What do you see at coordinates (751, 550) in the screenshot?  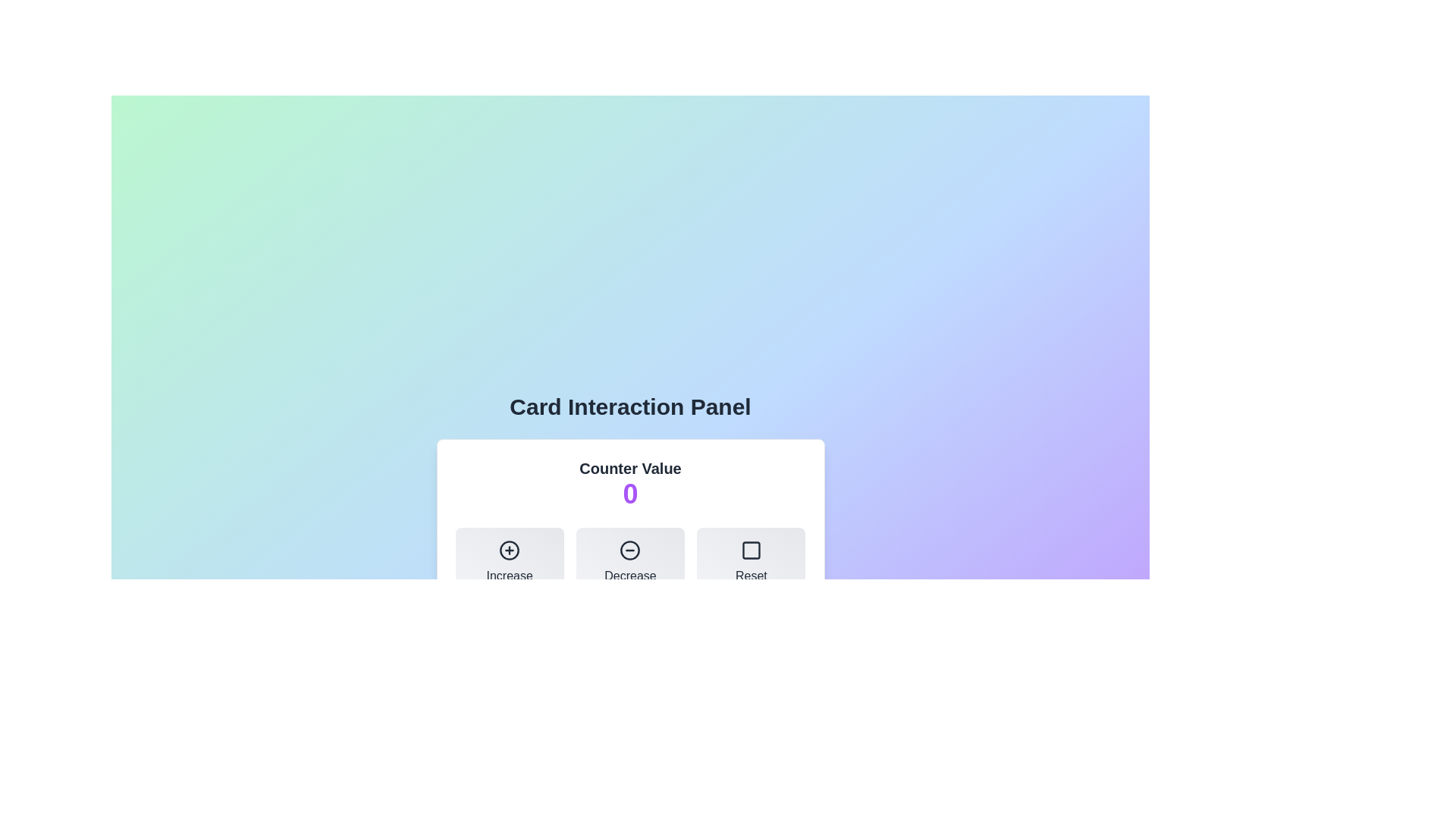 I see `the 'Reset' icon, which is the topmost visual element within a card that also contains the text 'Reset'` at bounding box center [751, 550].